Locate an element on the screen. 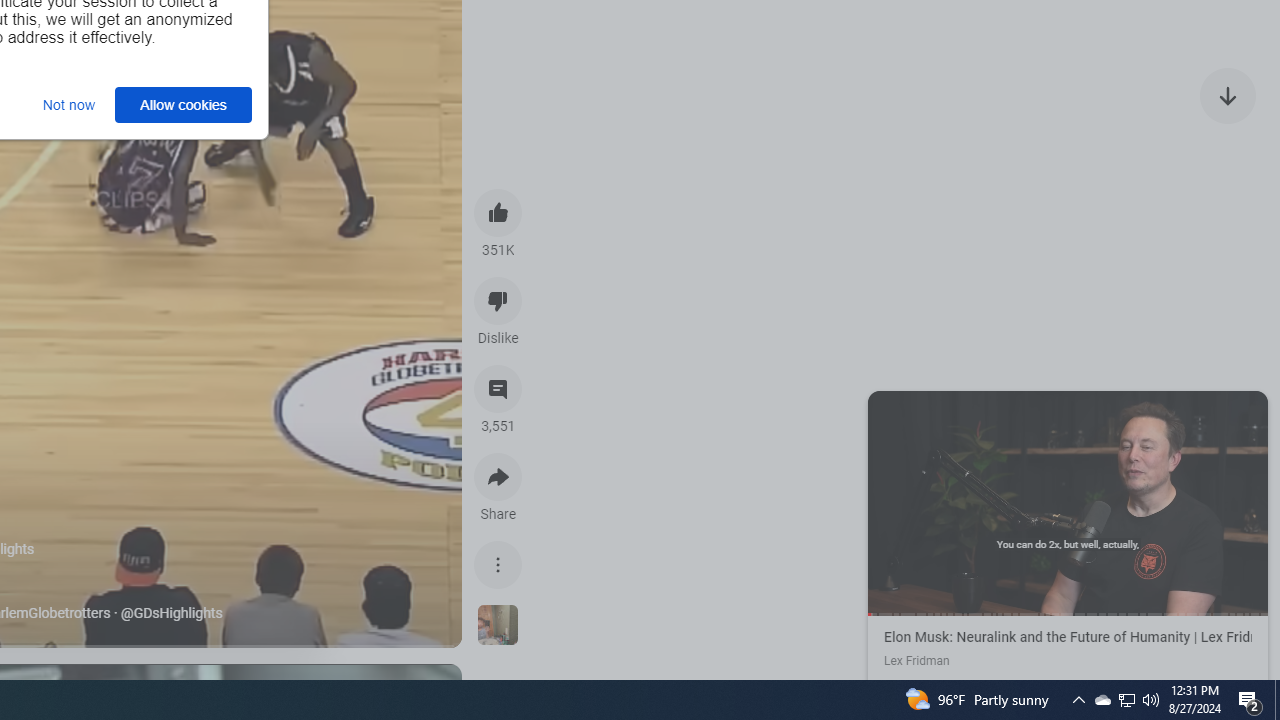 Image resolution: width=1280 pixels, height=720 pixels. 'like this video along with 351K other people' is located at coordinates (498, 212).